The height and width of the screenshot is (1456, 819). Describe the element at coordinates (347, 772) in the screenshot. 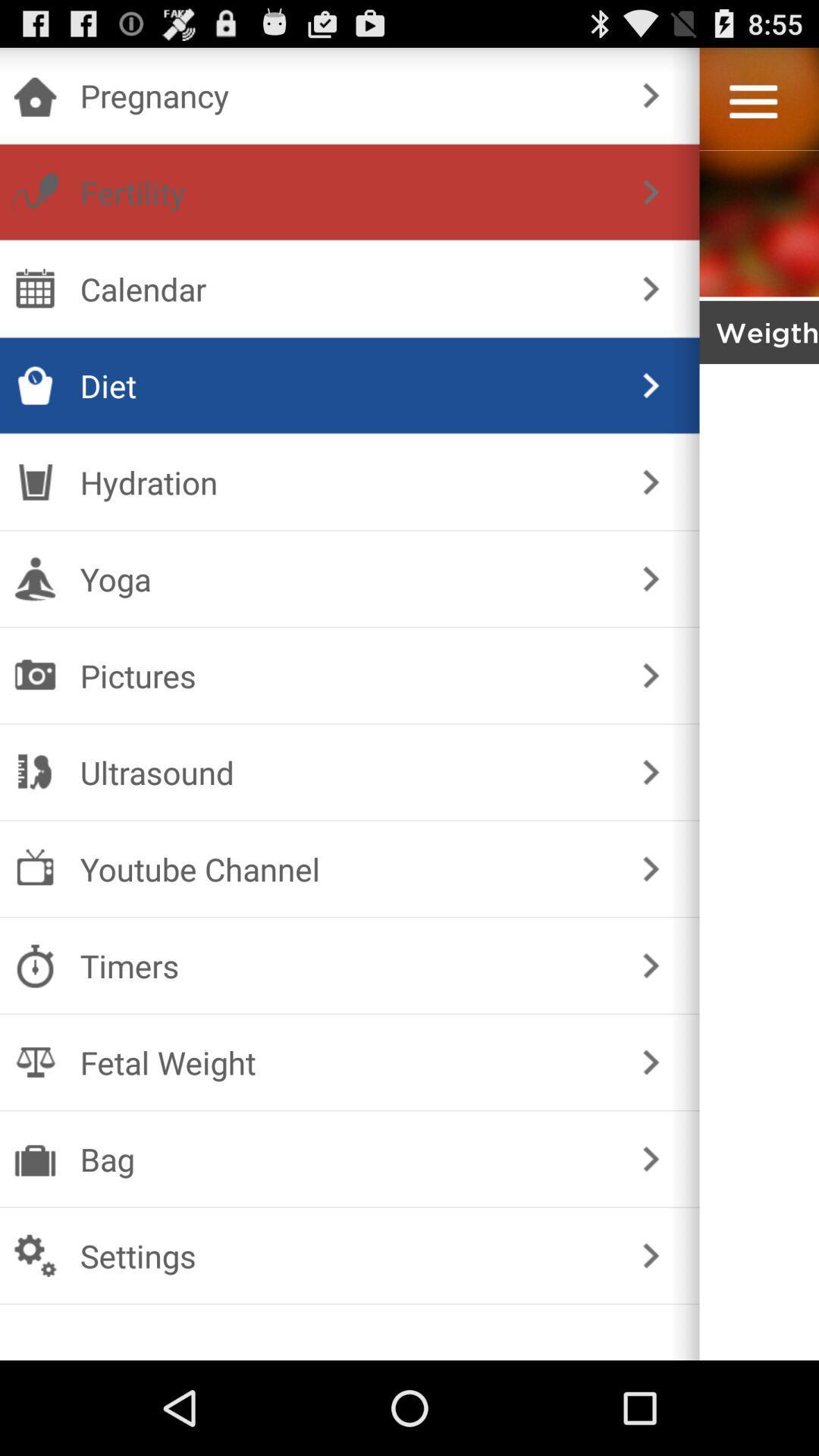

I see `checkbox above the youtube channel` at that location.